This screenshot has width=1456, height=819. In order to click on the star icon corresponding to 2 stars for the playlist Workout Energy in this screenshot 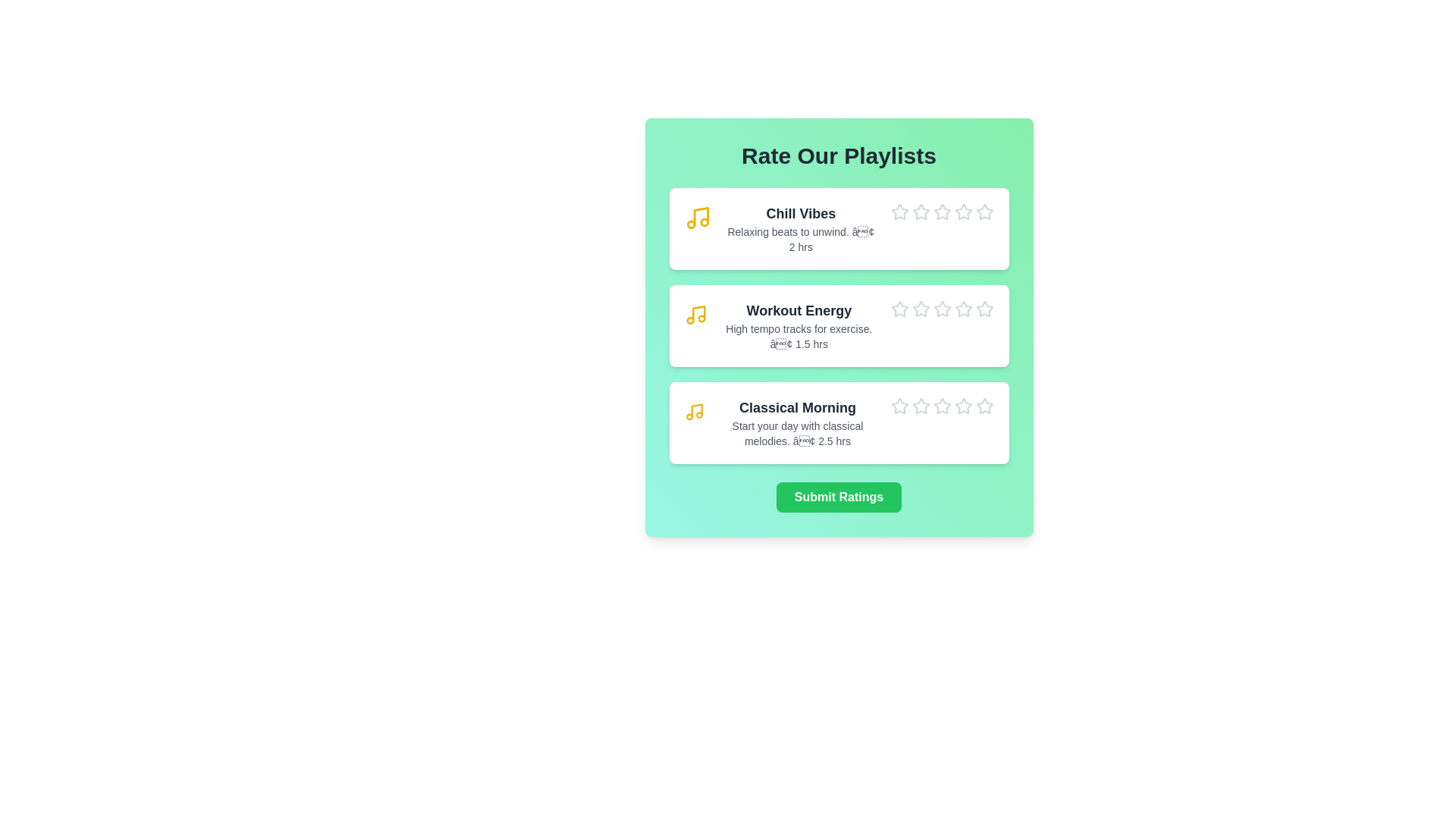, I will do `click(911, 300)`.